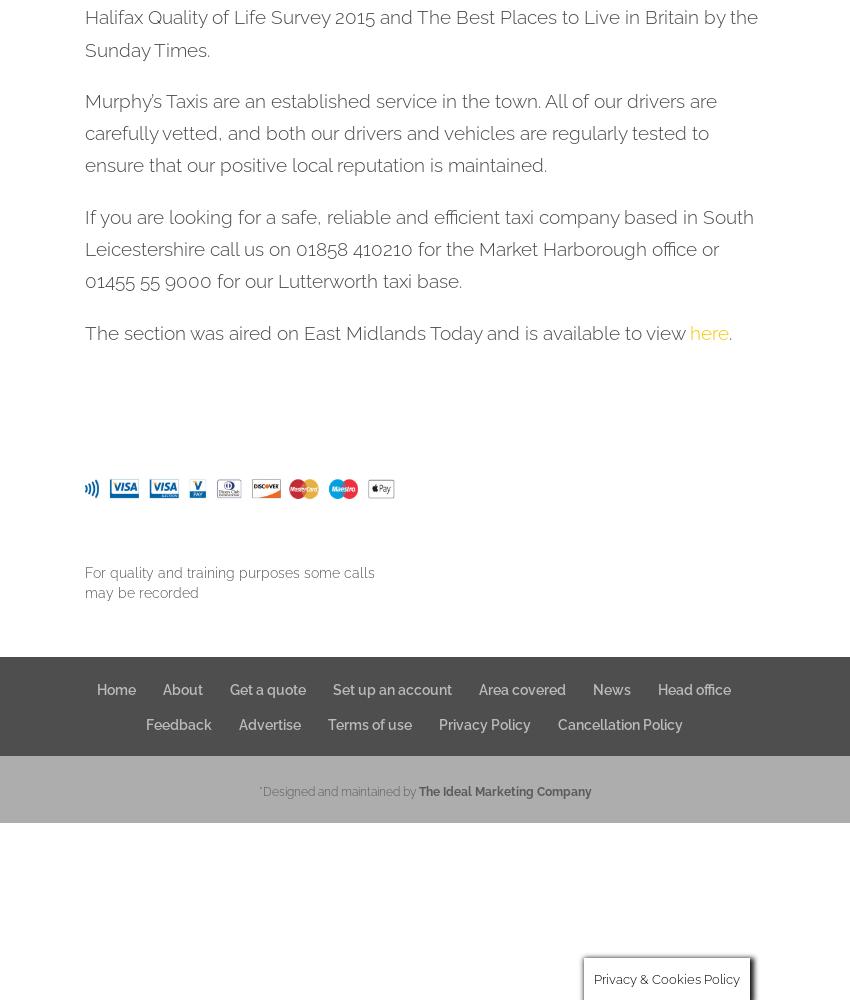 The image size is (850, 1000). I want to click on 'Head office', so click(657, 689).